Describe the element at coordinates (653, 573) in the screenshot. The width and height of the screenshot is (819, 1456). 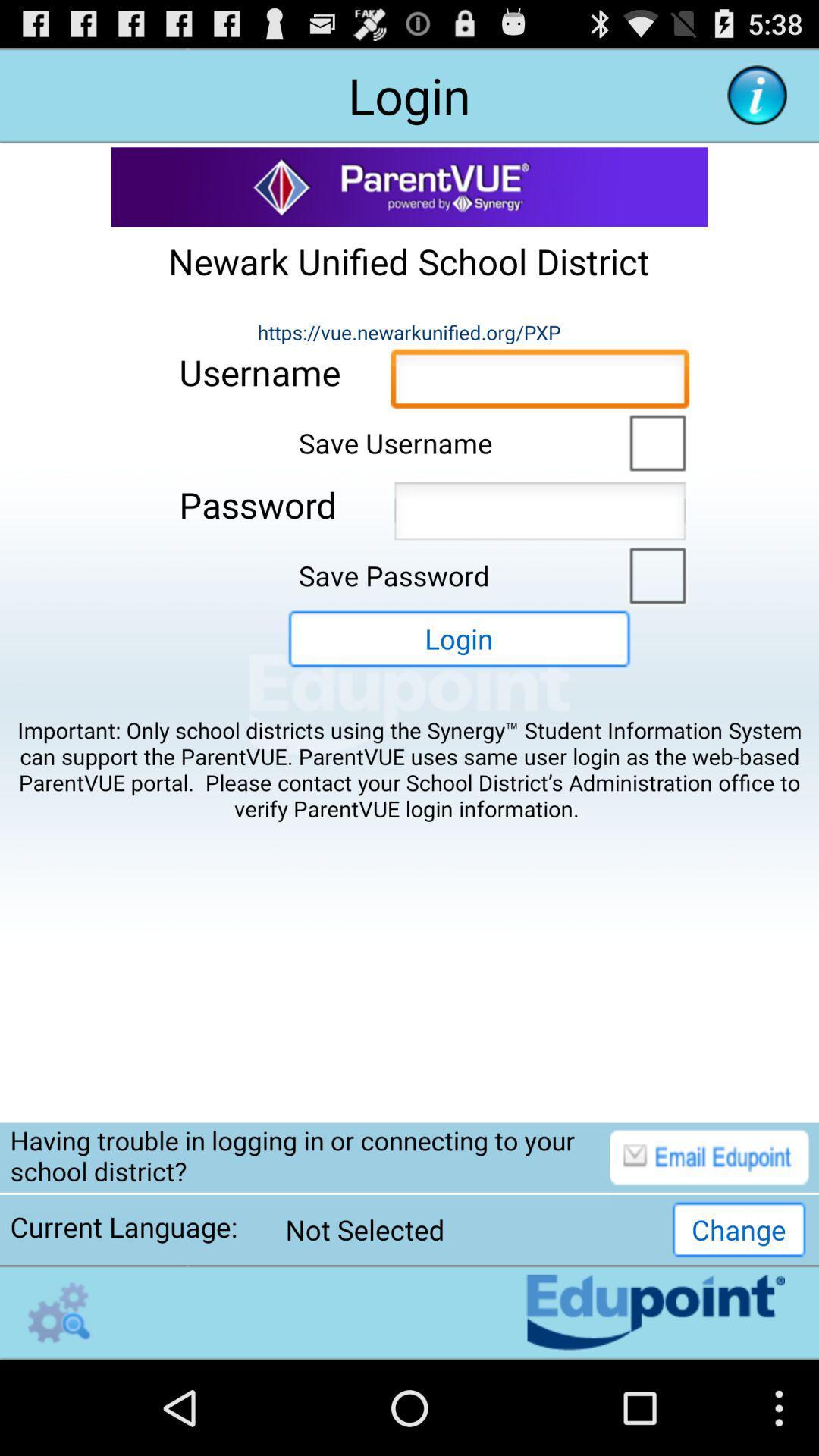
I see `switch autoplay option` at that location.